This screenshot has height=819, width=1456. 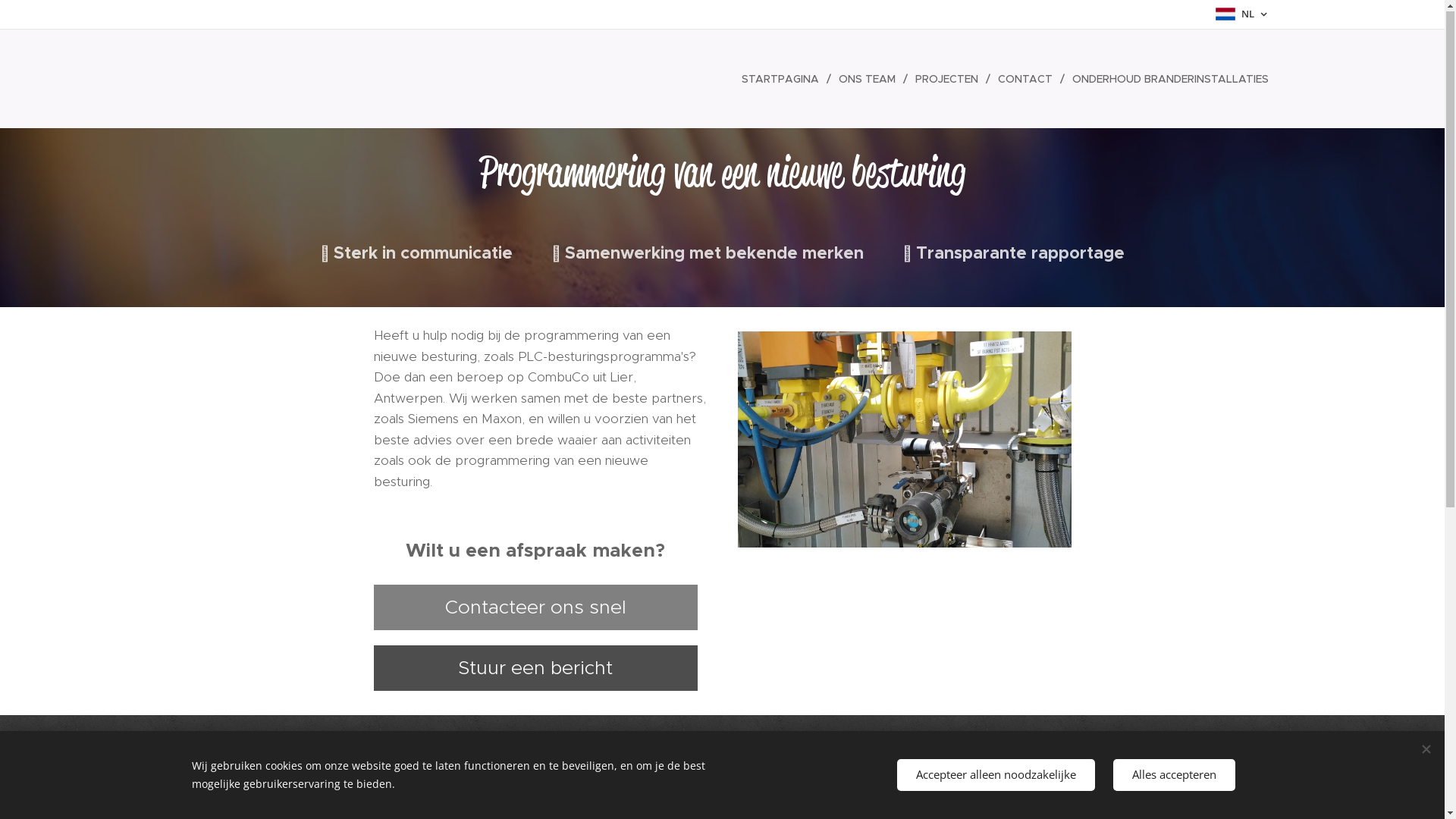 What do you see at coordinates (783, 79) in the screenshot?
I see `'STARTPAGINA'` at bounding box center [783, 79].